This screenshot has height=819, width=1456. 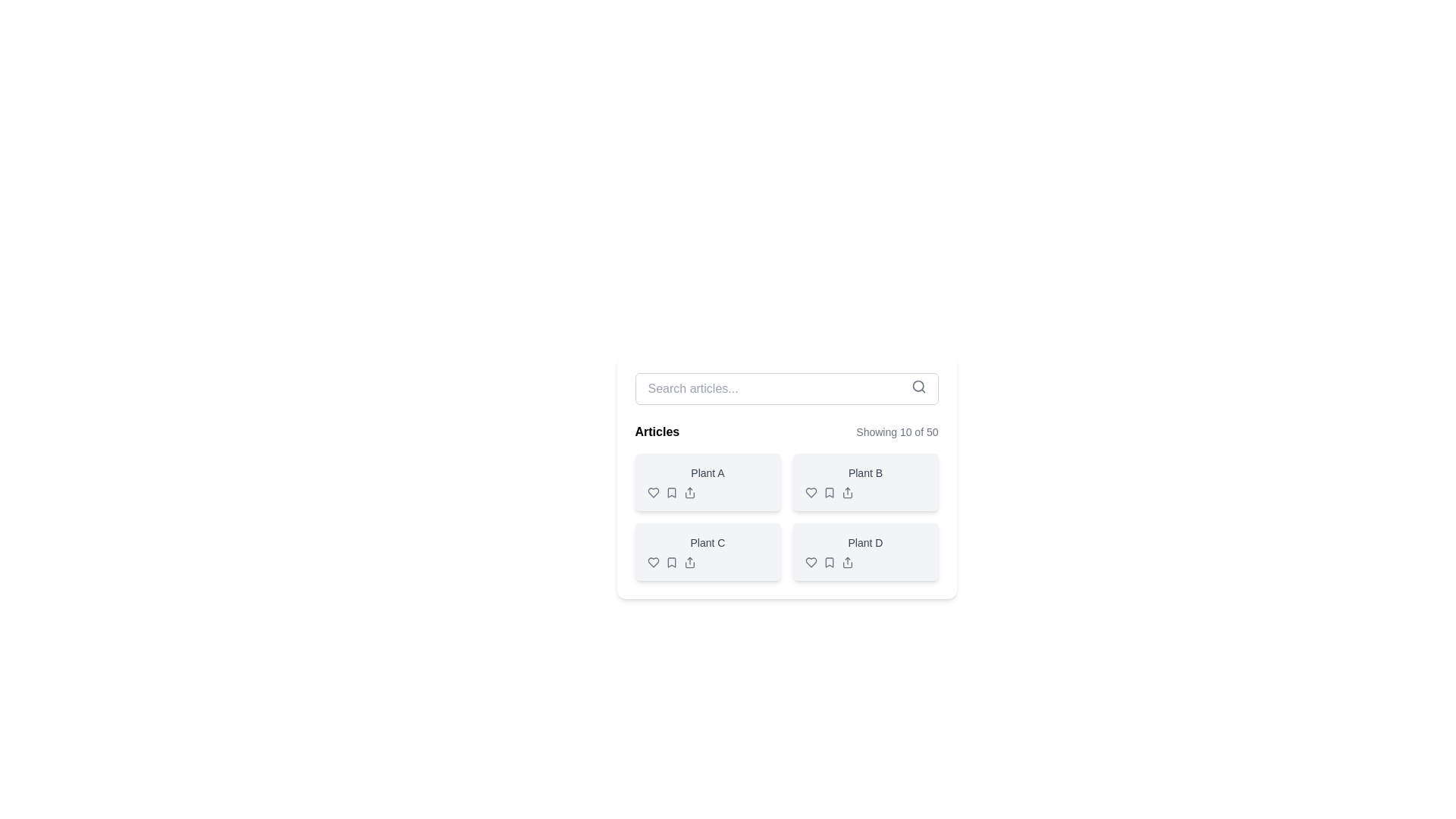 I want to click on the text display element that shows the message 'Showing 10 of 50', located on the right side of the header section above the grid of items, so click(x=897, y=432).